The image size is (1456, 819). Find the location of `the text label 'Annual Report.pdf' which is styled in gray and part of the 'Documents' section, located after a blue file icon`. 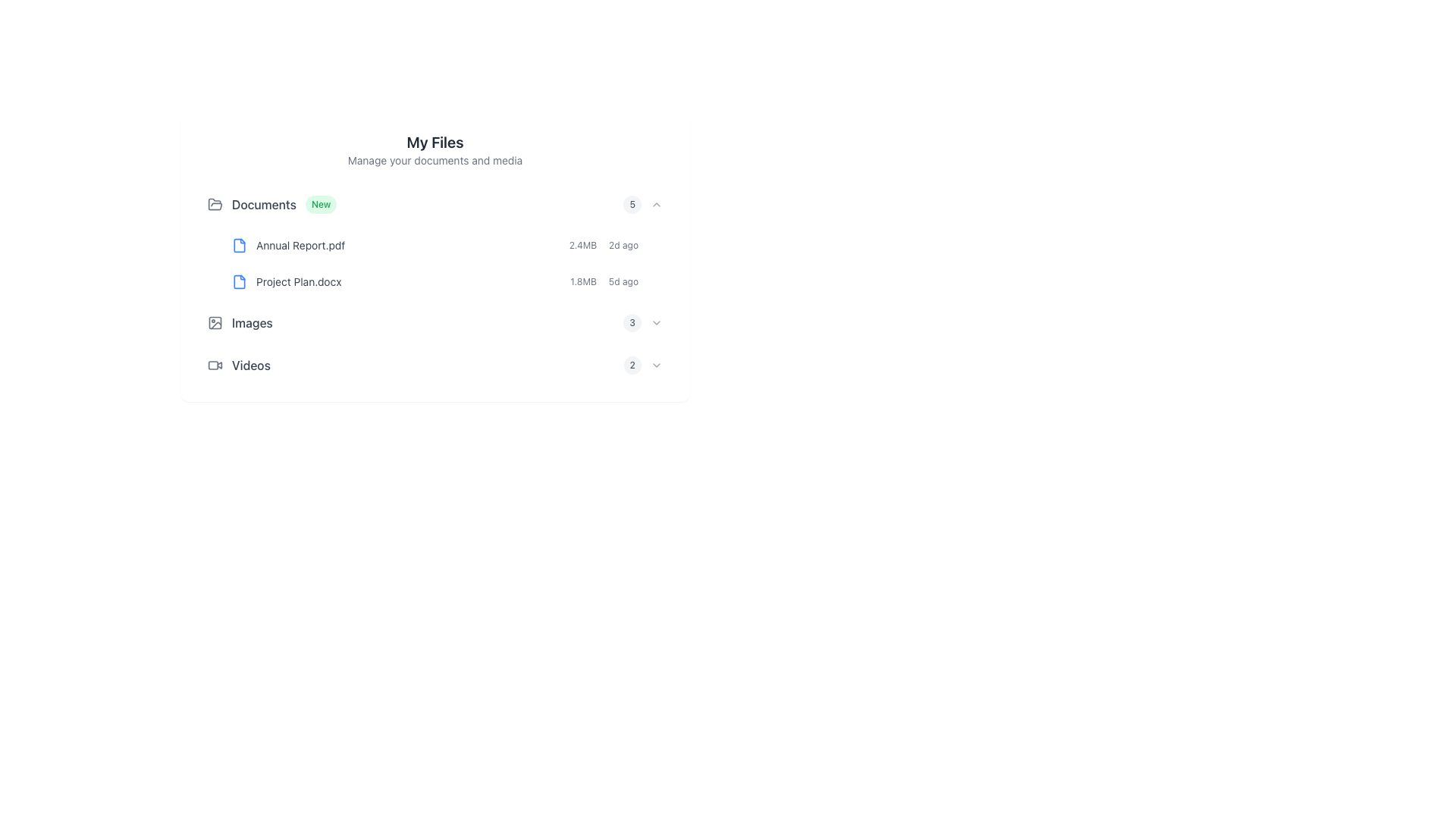

the text label 'Annual Report.pdf' which is styled in gray and part of the 'Documents' section, located after a blue file icon is located at coordinates (300, 245).